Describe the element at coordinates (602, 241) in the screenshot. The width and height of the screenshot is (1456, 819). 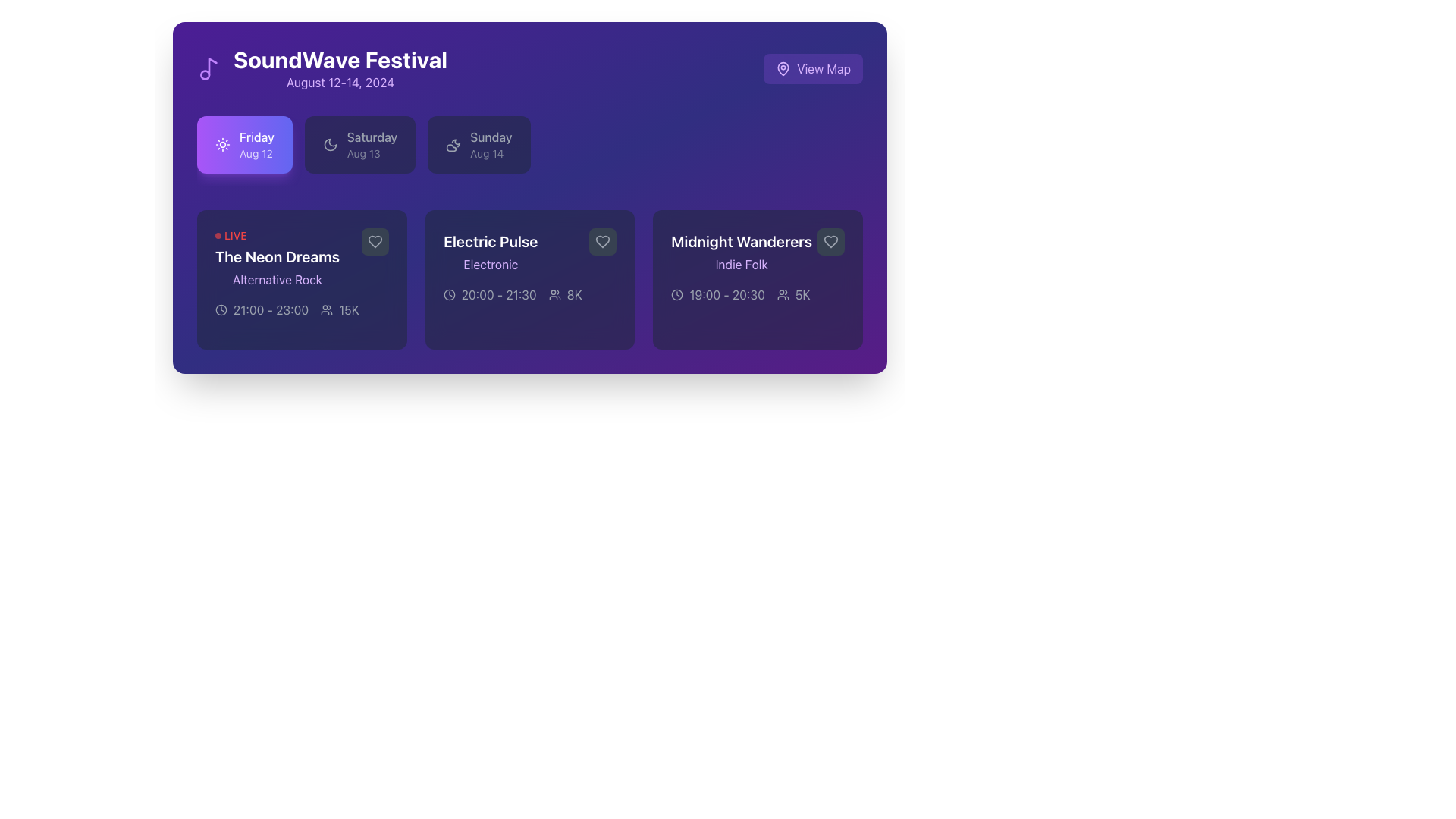
I see `the heart icon located at the top-right corner of the 'Electric Pulse' event card` at that location.